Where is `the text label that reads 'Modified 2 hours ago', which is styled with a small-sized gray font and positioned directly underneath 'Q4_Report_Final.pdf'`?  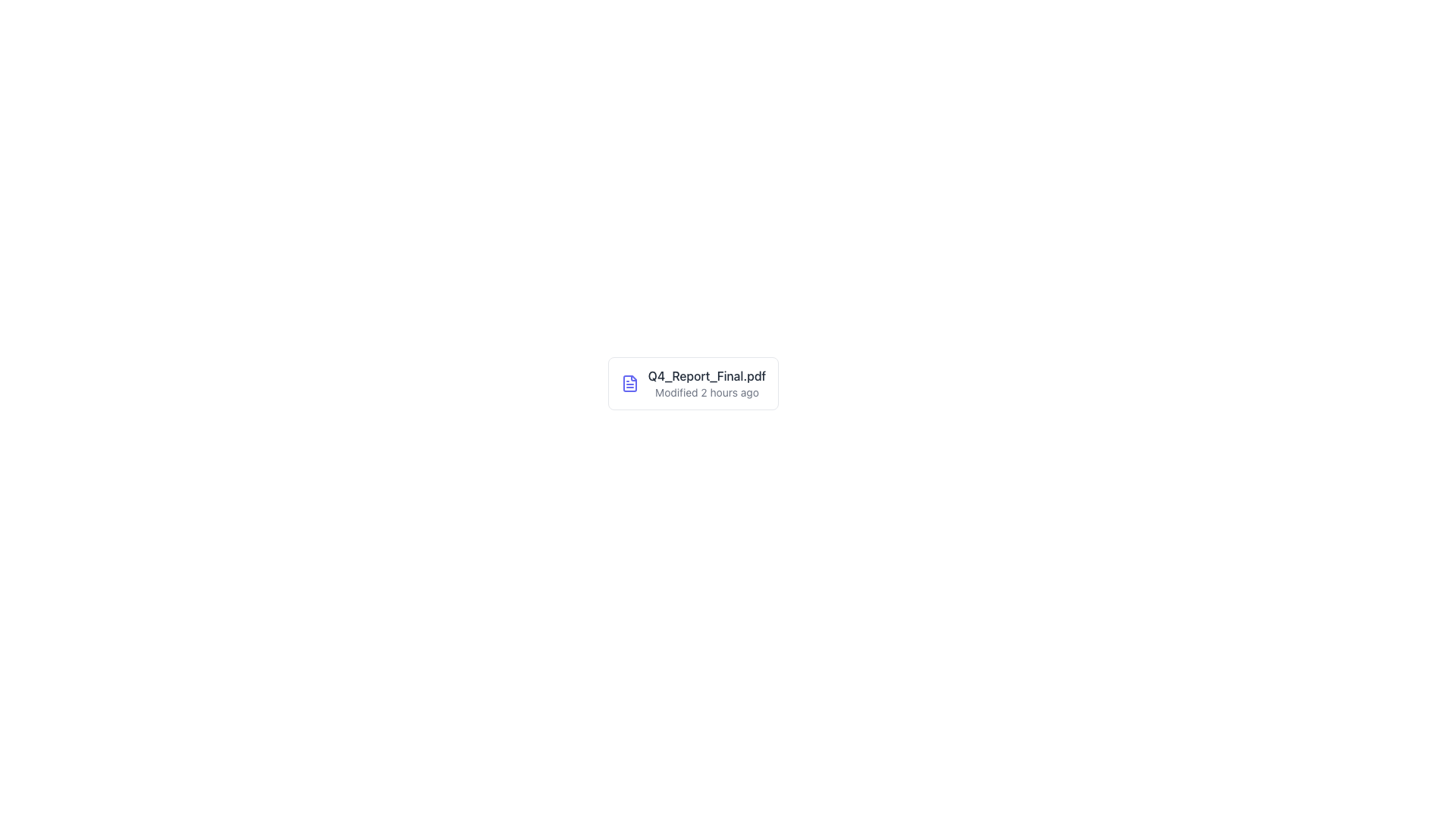
the text label that reads 'Modified 2 hours ago', which is styled with a small-sized gray font and positioned directly underneath 'Q4_Report_Final.pdf' is located at coordinates (706, 391).